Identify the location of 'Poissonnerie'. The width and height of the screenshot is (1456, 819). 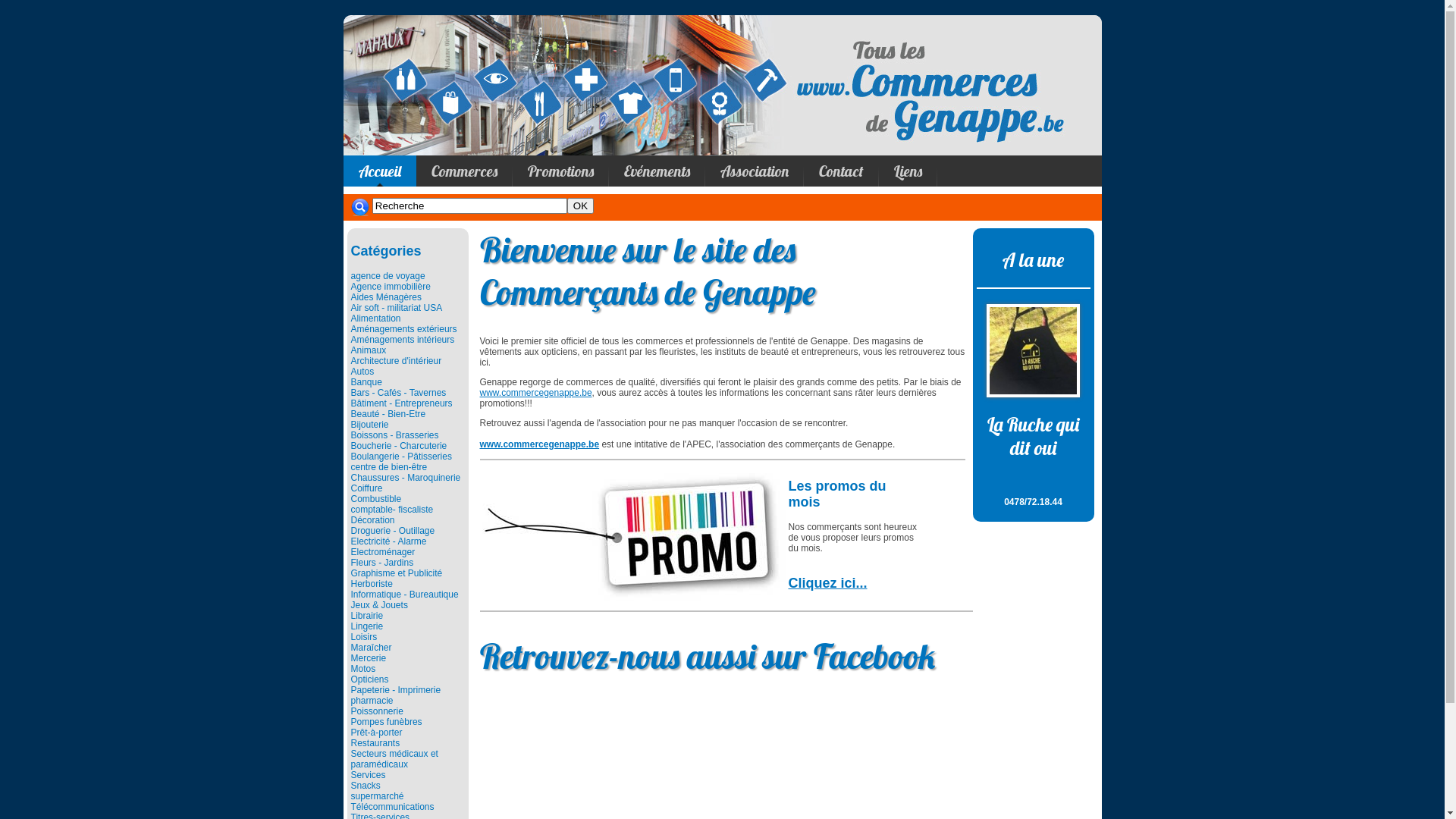
(376, 711).